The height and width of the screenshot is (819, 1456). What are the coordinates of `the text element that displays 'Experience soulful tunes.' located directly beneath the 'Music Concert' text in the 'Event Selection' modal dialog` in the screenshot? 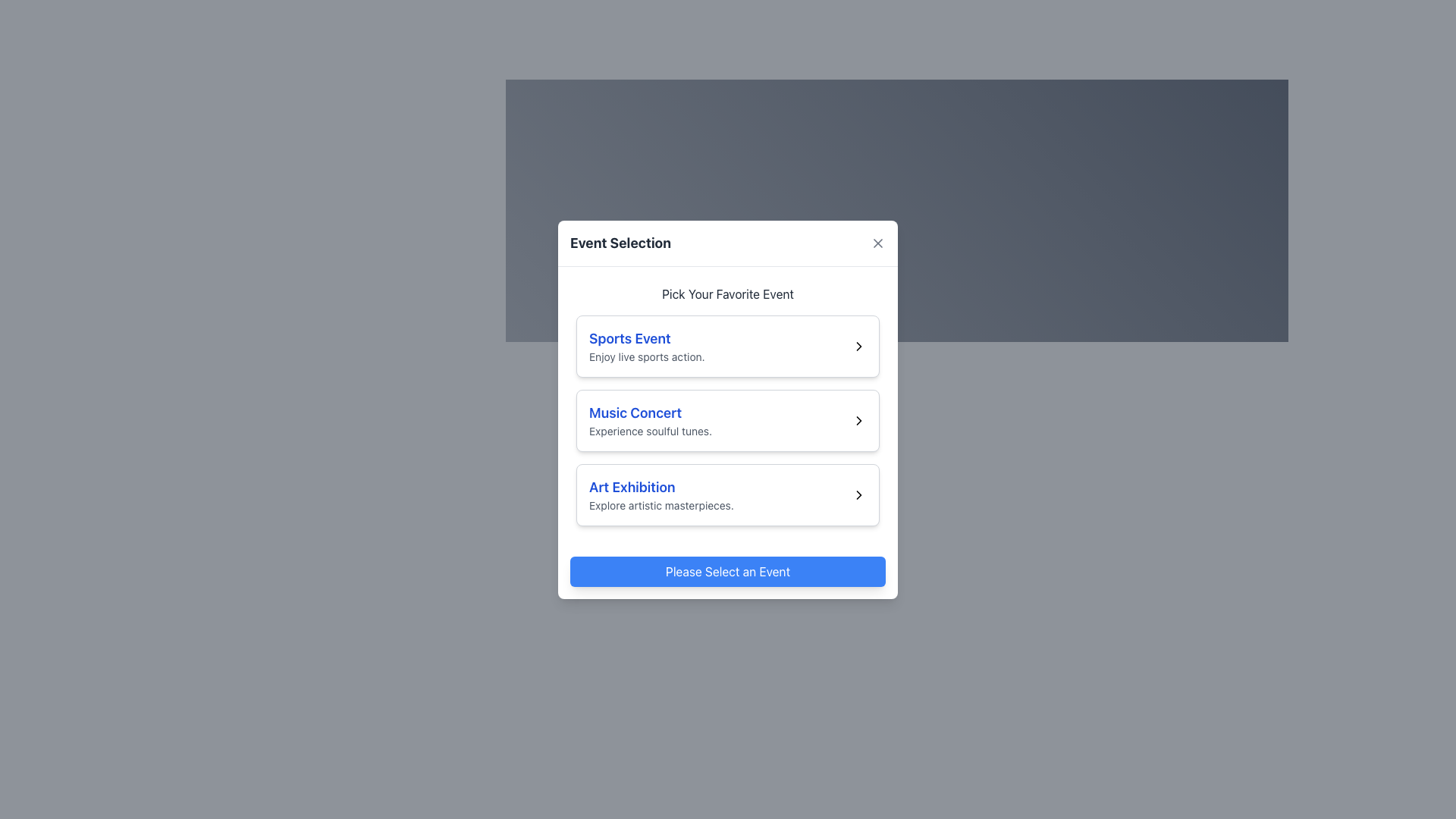 It's located at (651, 431).